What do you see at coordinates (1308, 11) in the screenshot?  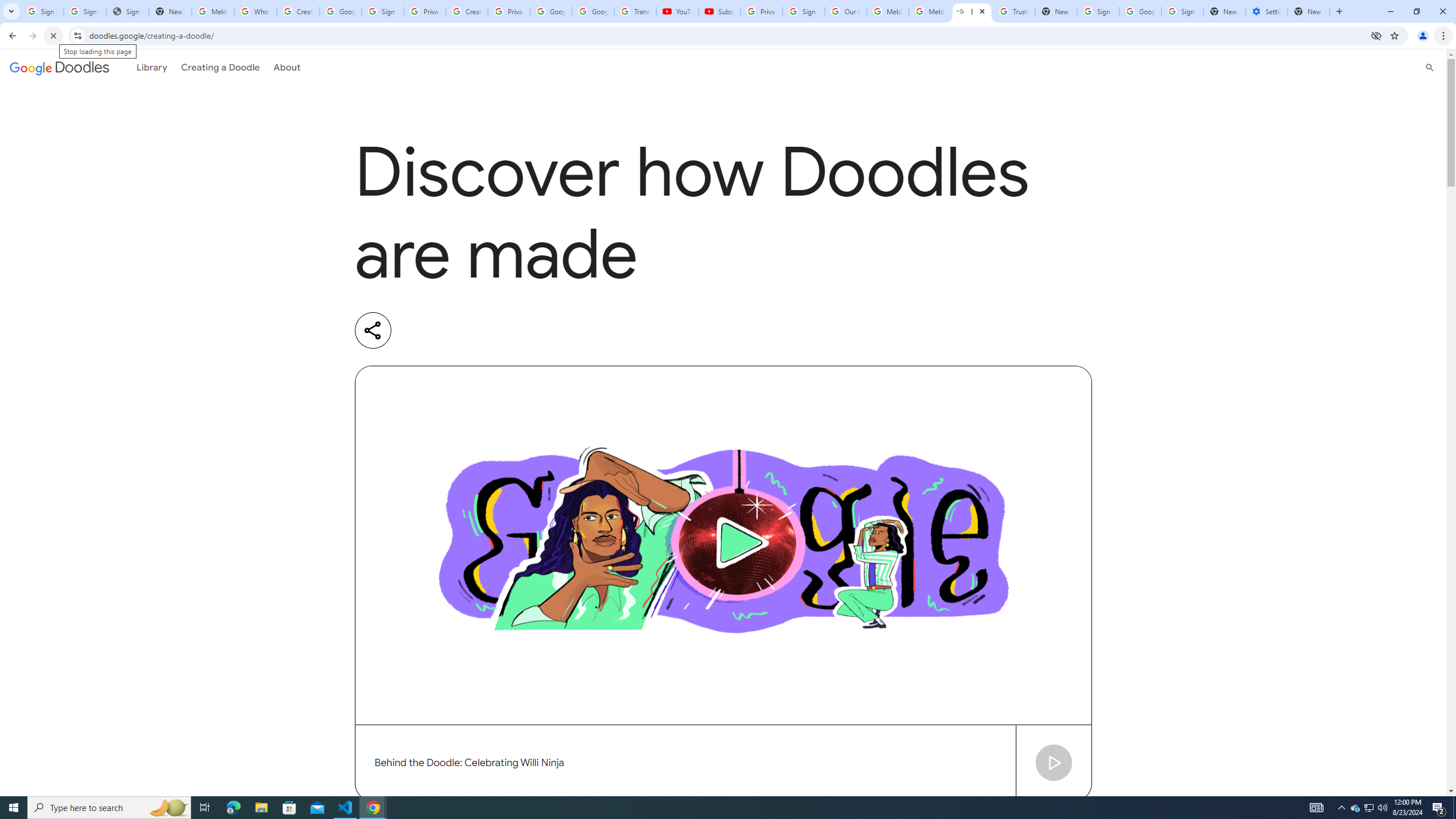 I see `'New Tab'` at bounding box center [1308, 11].